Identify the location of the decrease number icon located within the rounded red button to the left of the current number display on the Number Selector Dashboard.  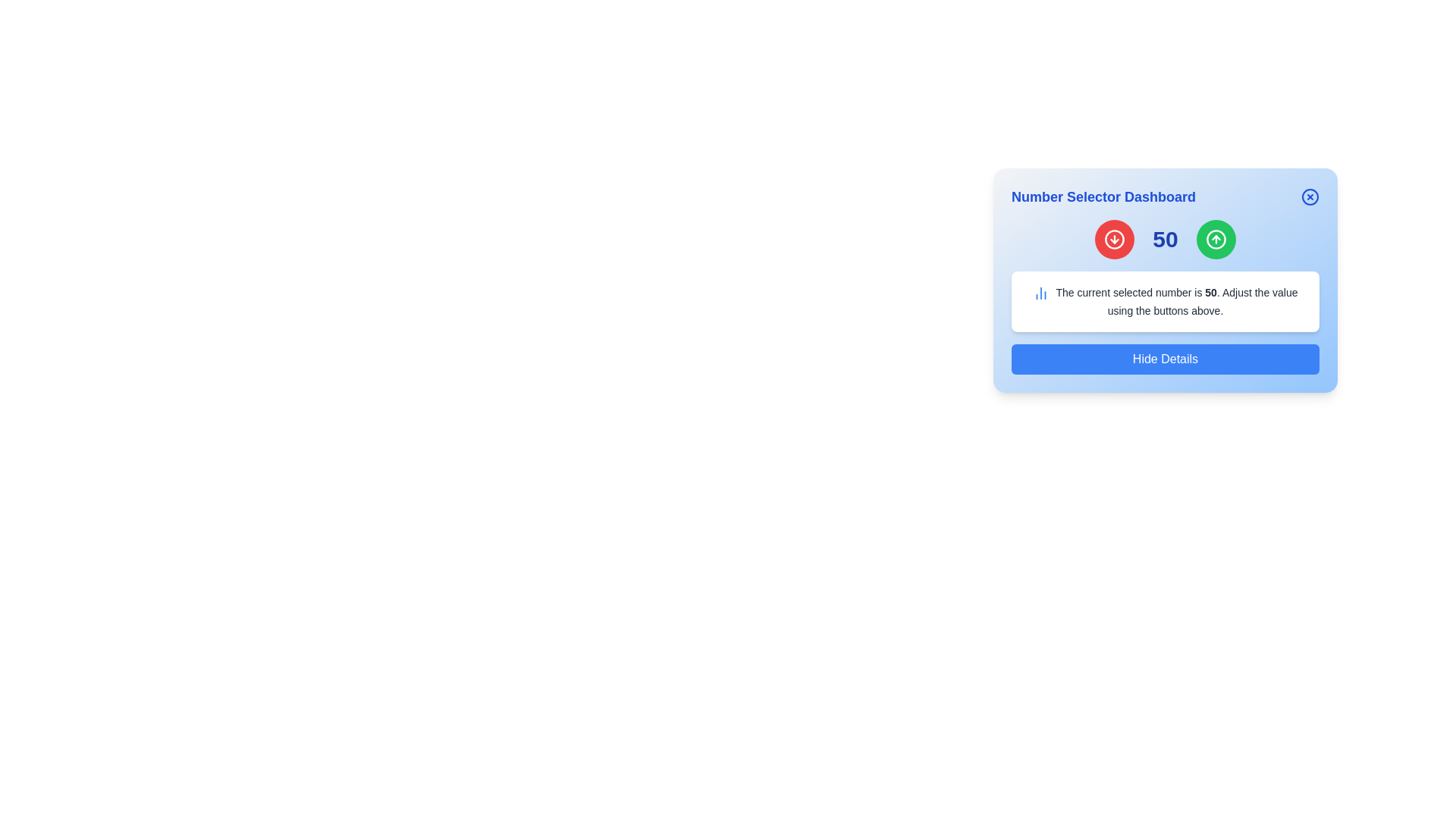
(1115, 239).